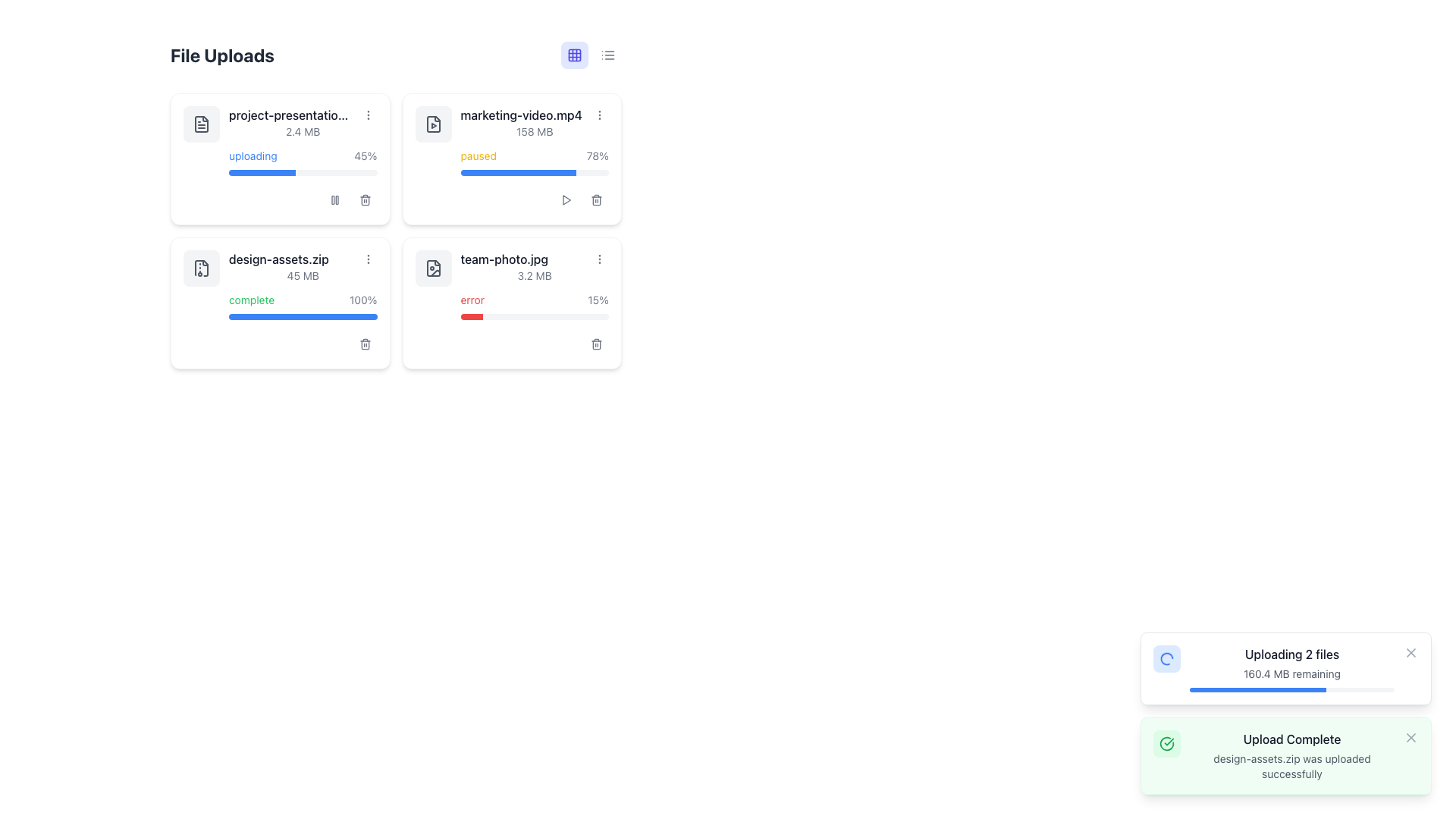 This screenshot has height=819, width=1456. What do you see at coordinates (1291, 668) in the screenshot?
I see `the progress bar located in the informative area of the upload status notification, which displays the file upload progress and remaining data size` at bounding box center [1291, 668].